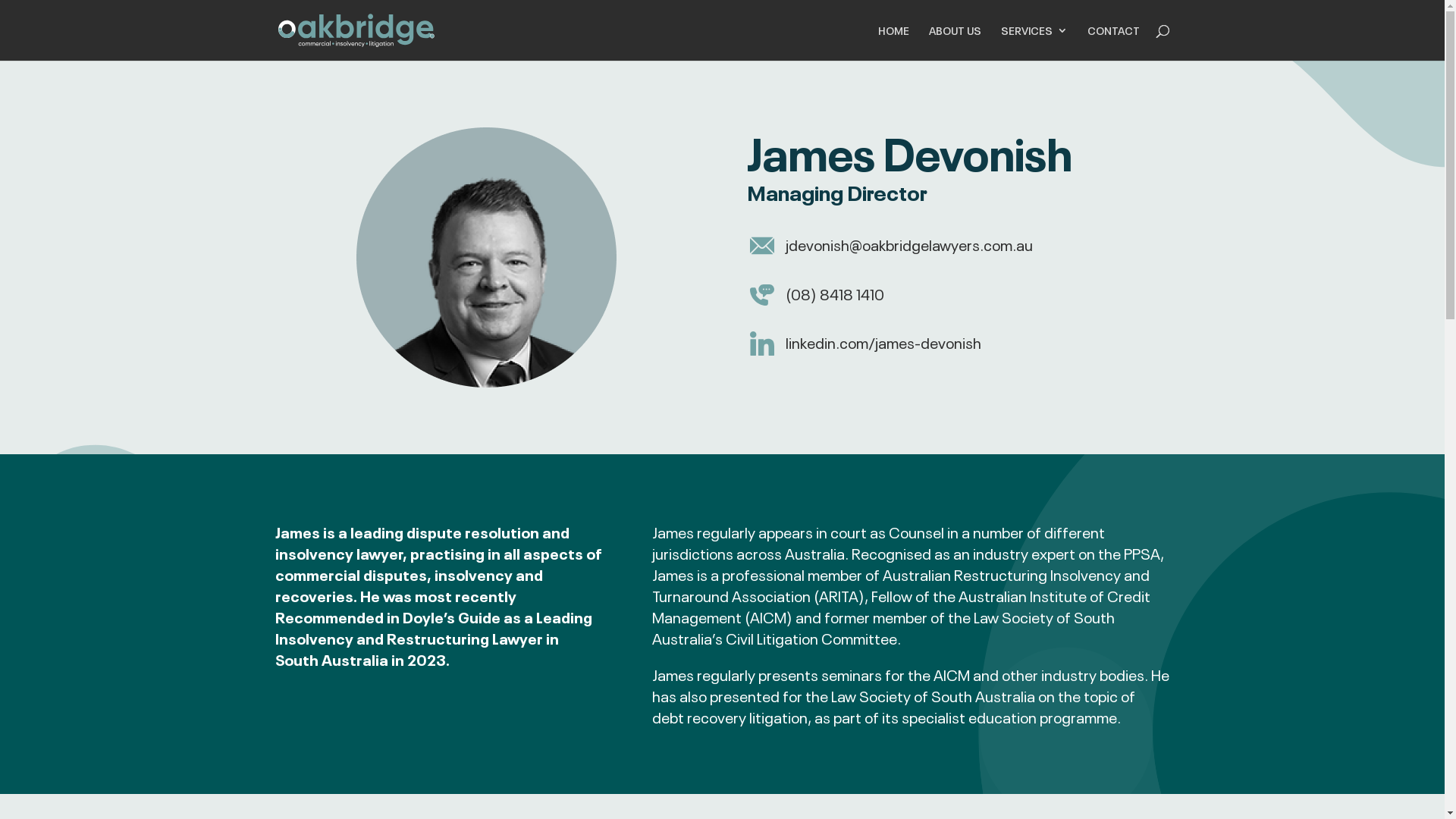  I want to click on 'CONTACT', so click(1113, 42).